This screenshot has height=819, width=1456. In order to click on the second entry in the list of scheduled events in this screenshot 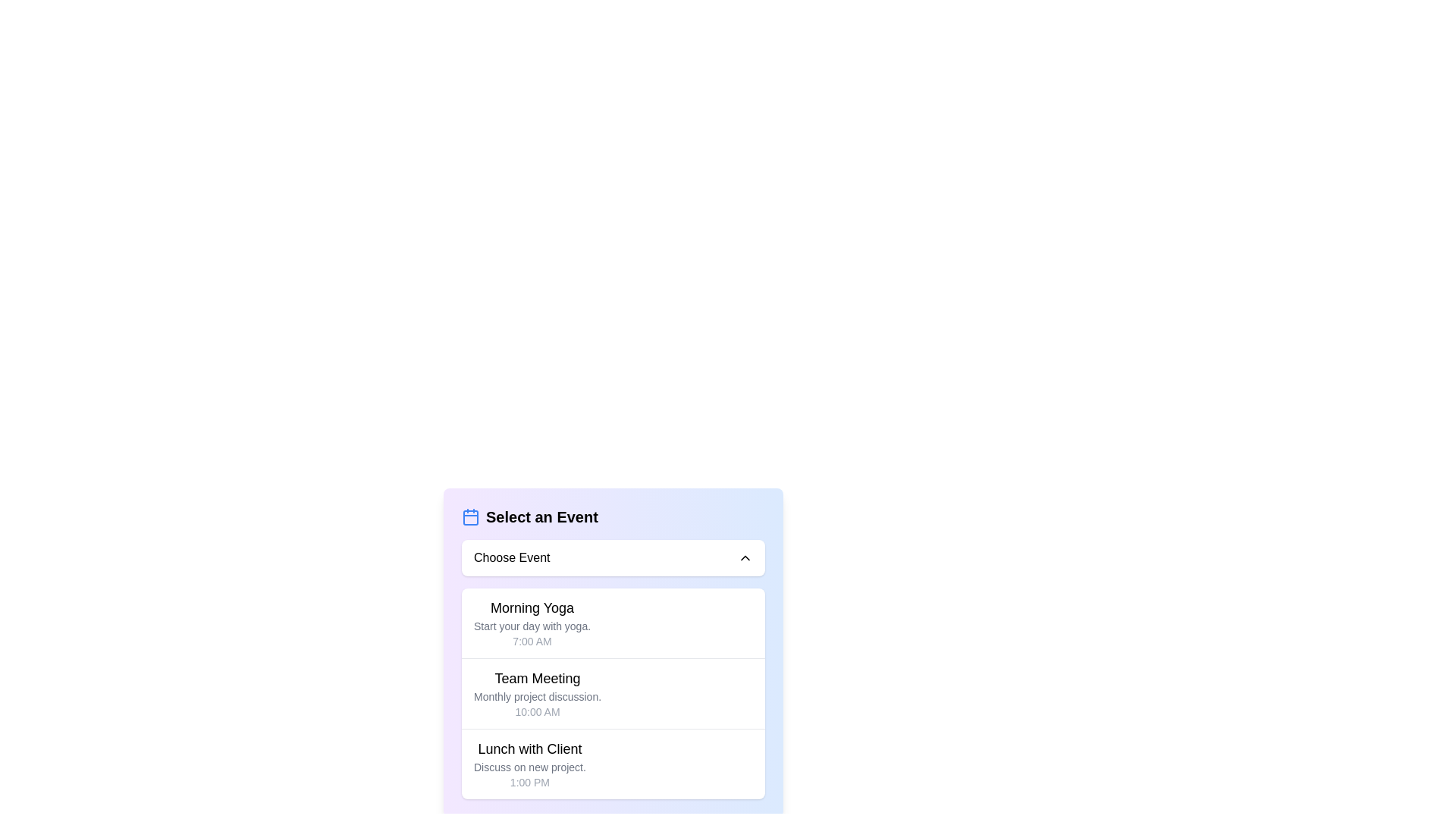, I will do `click(613, 693)`.